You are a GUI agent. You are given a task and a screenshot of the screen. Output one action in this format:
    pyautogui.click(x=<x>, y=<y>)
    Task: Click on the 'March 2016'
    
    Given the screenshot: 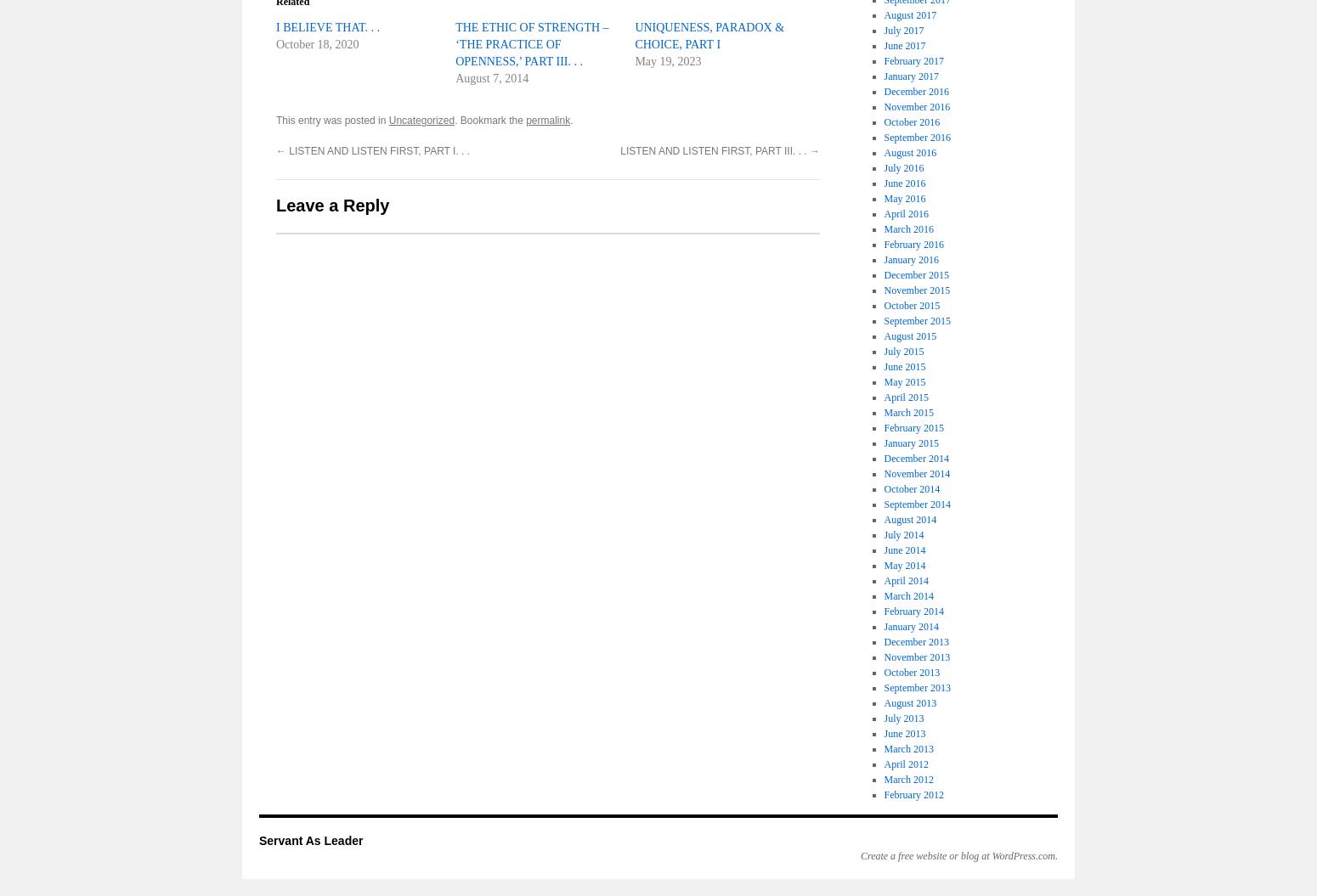 What is the action you would take?
    pyautogui.click(x=908, y=228)
    